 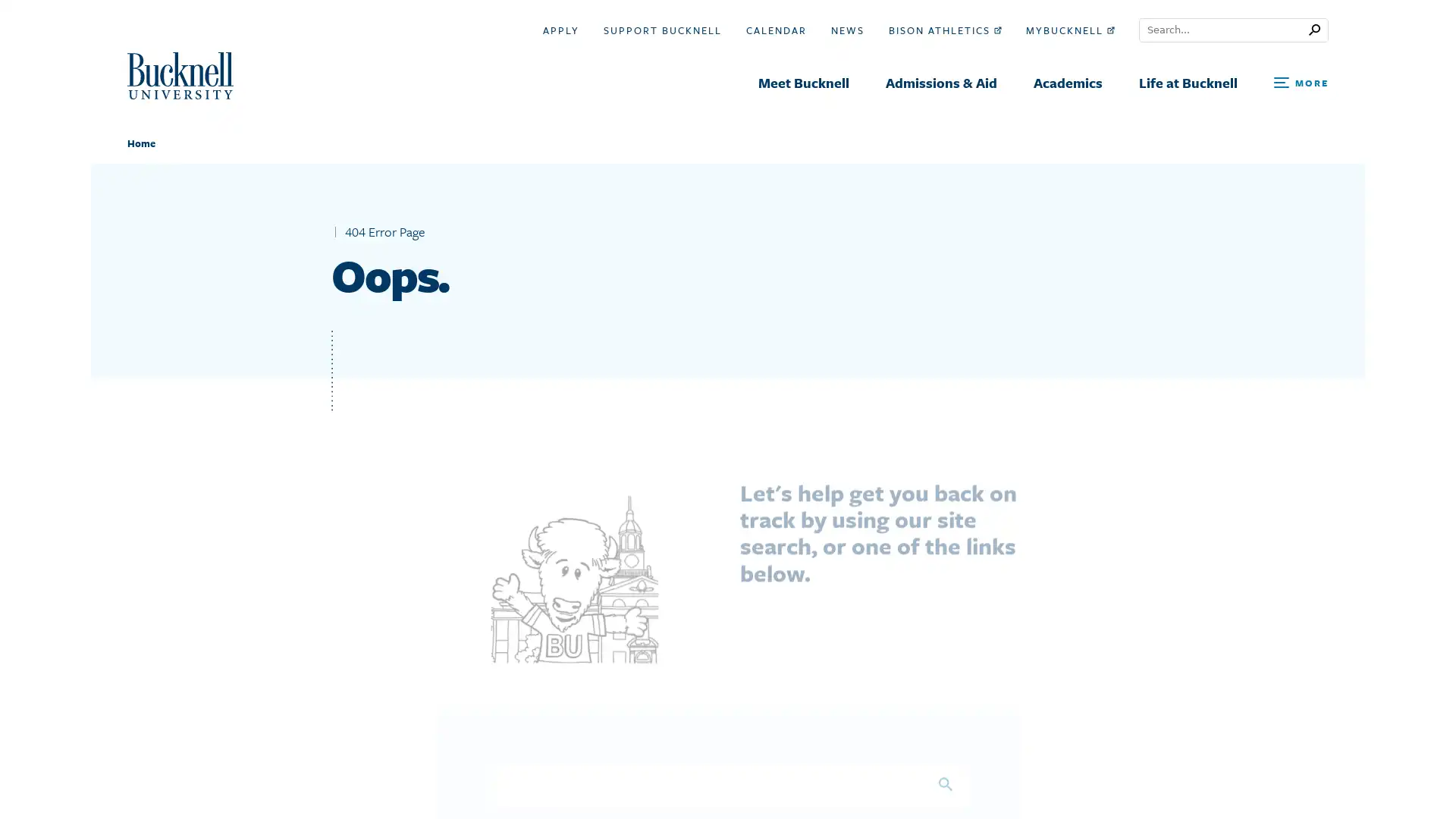 I want to click on Submit, so click(x=1317, y=30).